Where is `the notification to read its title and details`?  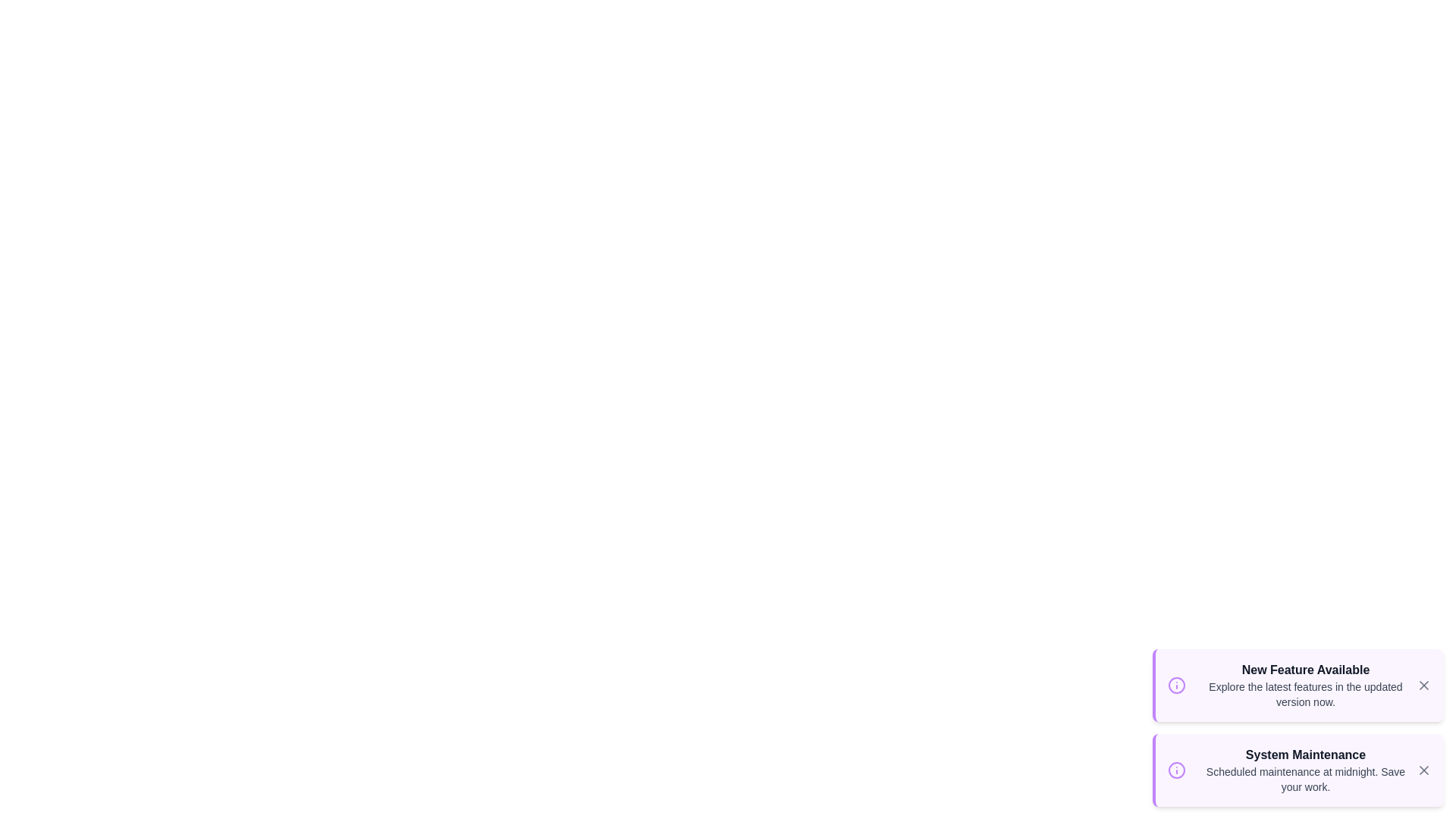 the notification to read its title and details is located at coordinates (1298, 685).